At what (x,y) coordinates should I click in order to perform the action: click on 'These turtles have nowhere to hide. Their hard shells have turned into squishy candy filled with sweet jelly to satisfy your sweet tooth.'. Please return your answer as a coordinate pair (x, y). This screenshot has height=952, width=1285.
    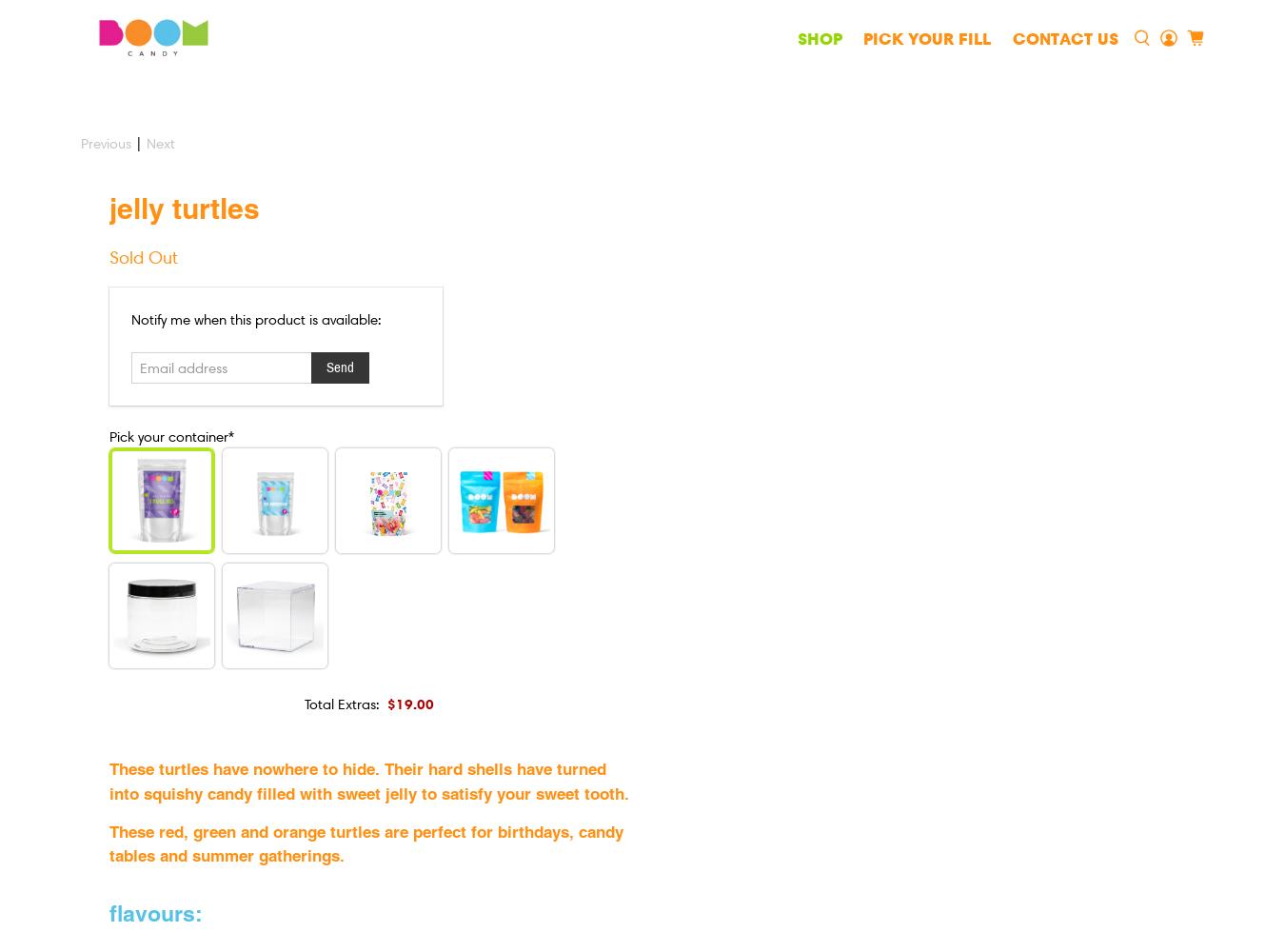
    Looking at the image, I should click on (368, 780).